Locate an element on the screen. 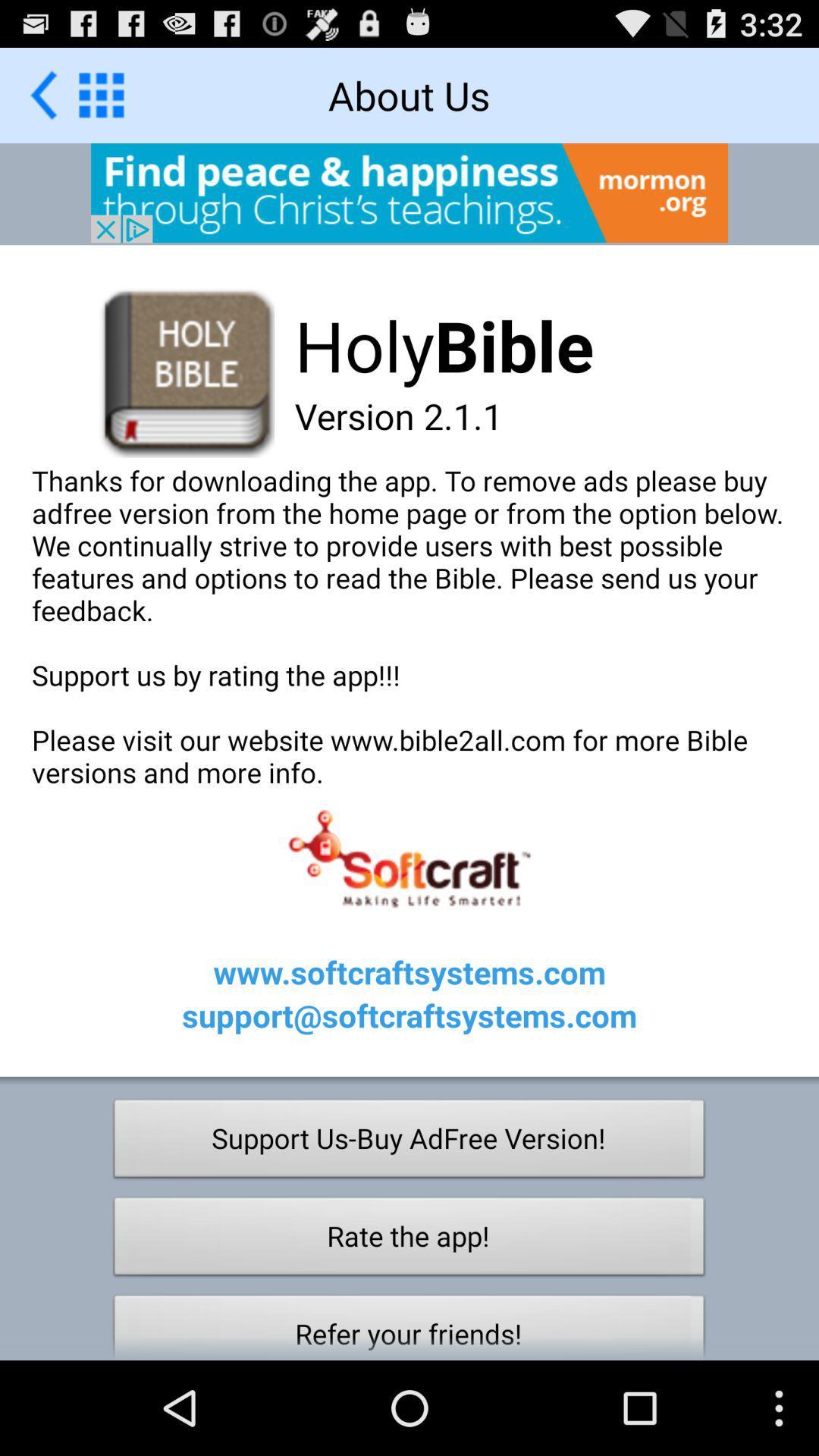  open menu is located at coordinates (101, 94).